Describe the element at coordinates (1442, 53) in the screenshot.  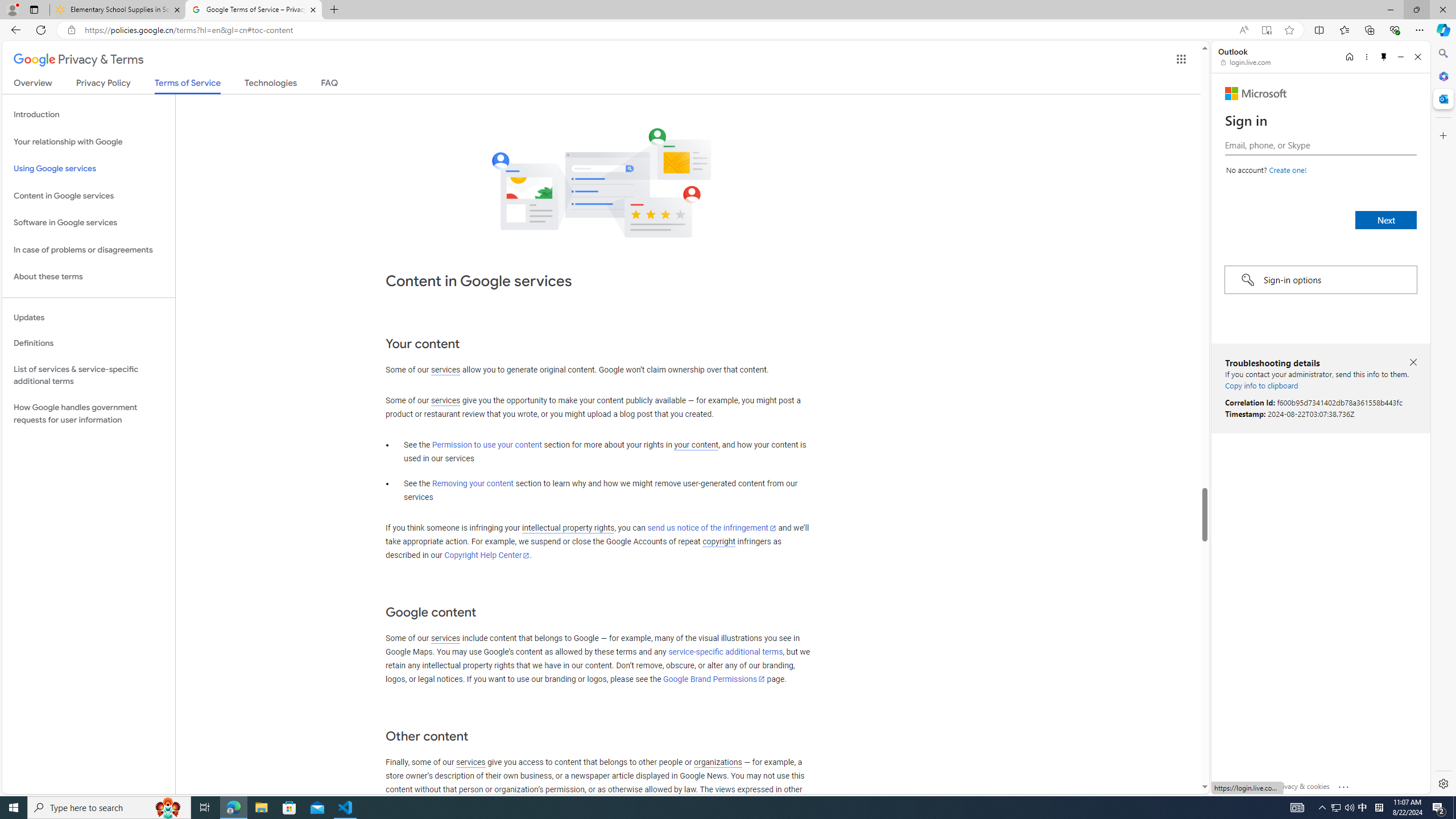
I see `'Close Search pane'` at that location.